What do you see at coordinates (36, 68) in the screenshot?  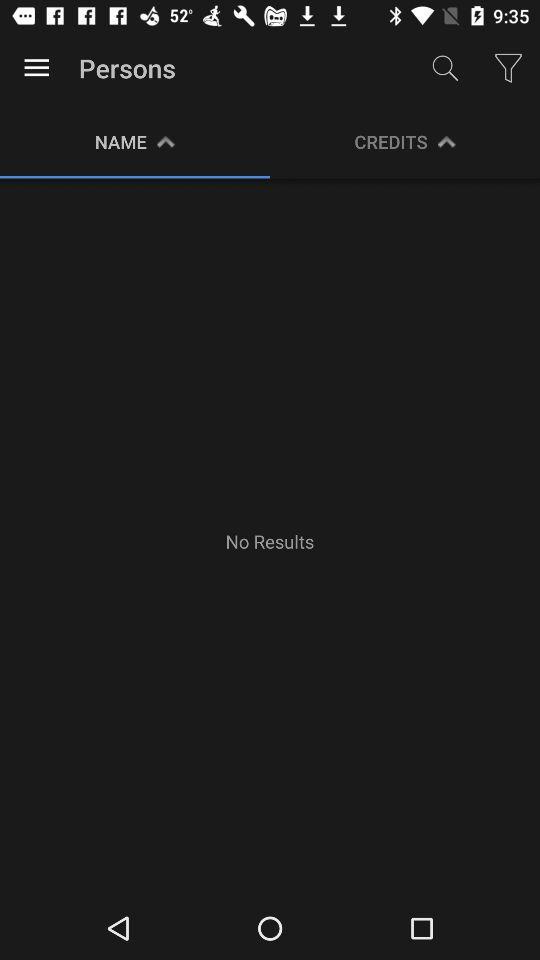 I see `show menu` at bounding box center [36, 68].